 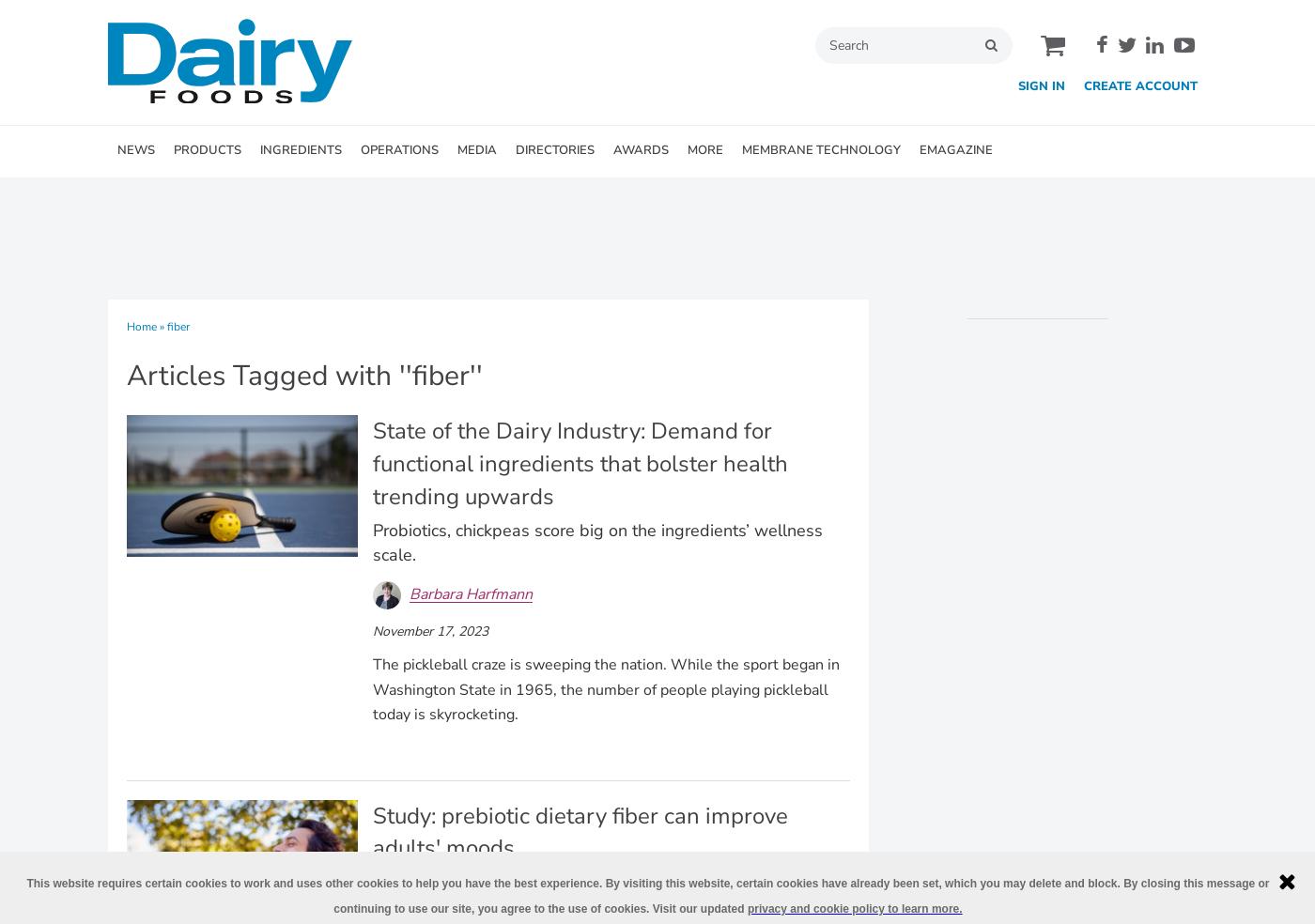 I want to click on 'Create Account', so click(x=1084, y=85).